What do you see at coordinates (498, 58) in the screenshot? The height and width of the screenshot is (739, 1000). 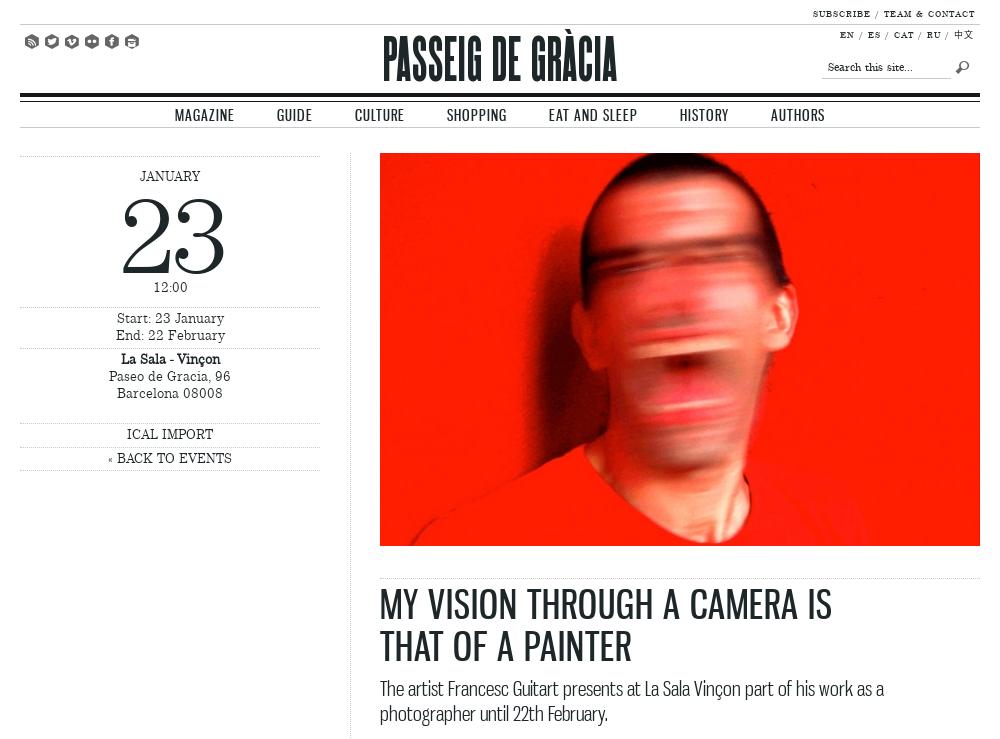 I see `'Passeig de Gràcia'` at bounding box center [498, 58].